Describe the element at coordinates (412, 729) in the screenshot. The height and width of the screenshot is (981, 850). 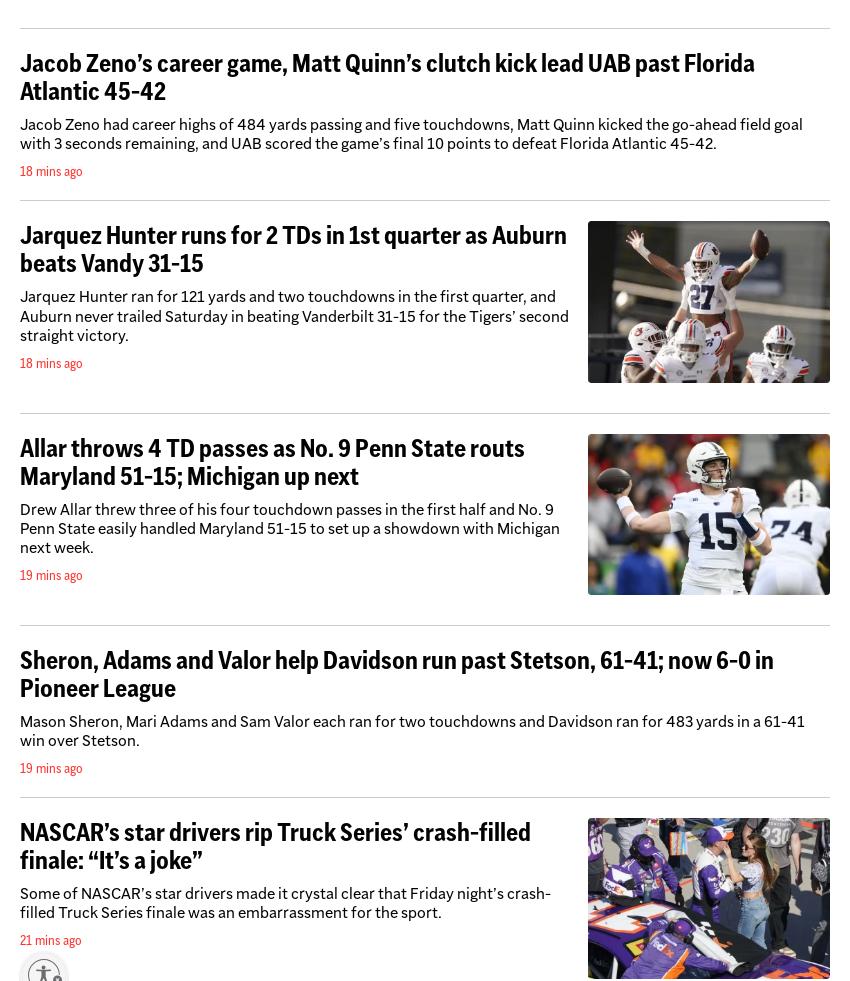
I see `'Mason Sheron, Mari Adams and Sam Valor each ran for two touchdowns and Davidson ran for 483 yards in a 61-41 win over Stetson.'` at that location.